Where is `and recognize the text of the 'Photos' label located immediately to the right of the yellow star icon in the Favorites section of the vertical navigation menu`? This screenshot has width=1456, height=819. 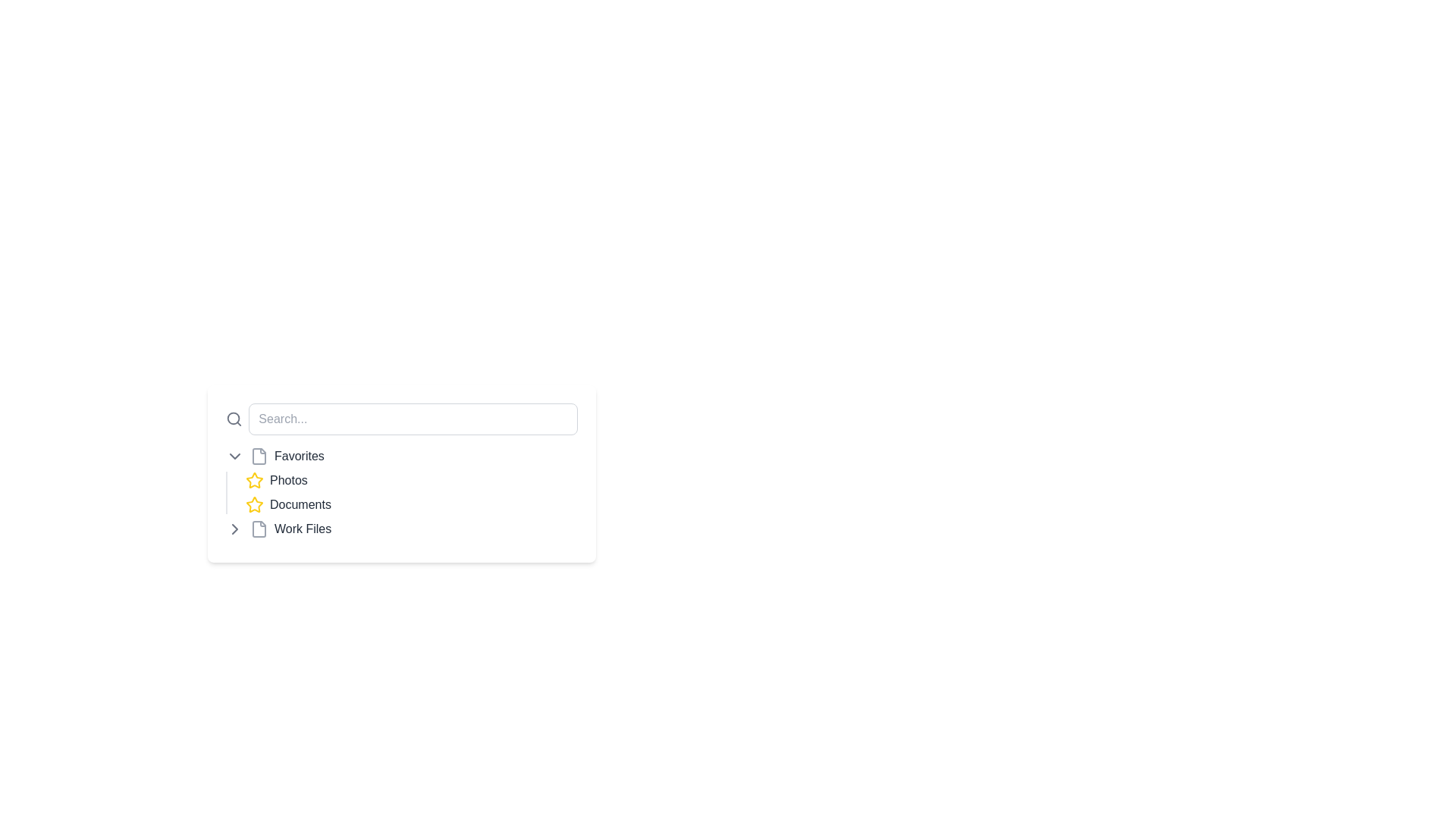
and recognize the text of the 'Photos' label located immediately to the right of the yellow star icon in the Favorites section of the vertical navigation menu is located at coordinates (288, 480).